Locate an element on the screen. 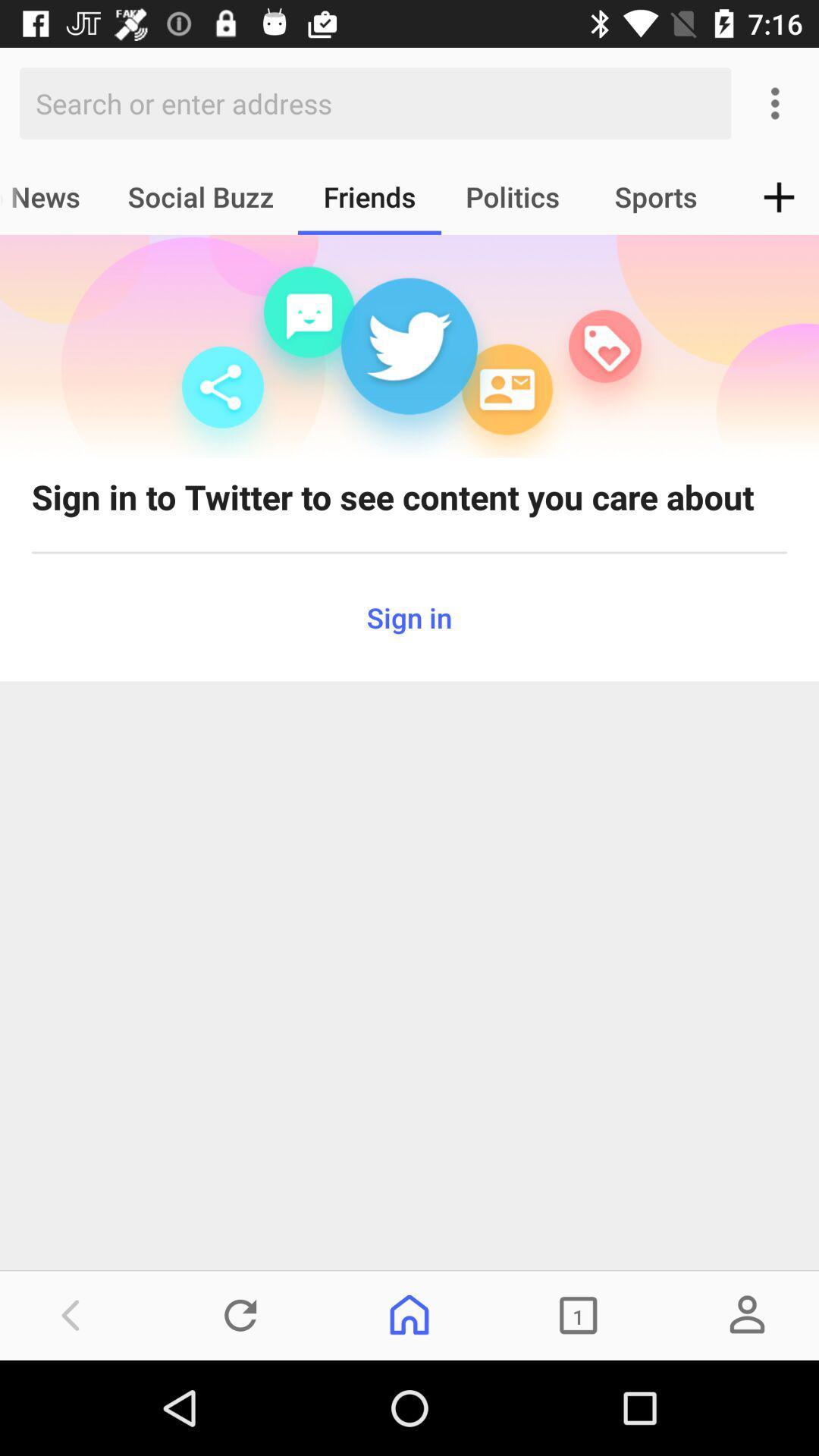 The height and width of the screenshot is (1456, 819). the add icon is located at coordinates (779, 196).